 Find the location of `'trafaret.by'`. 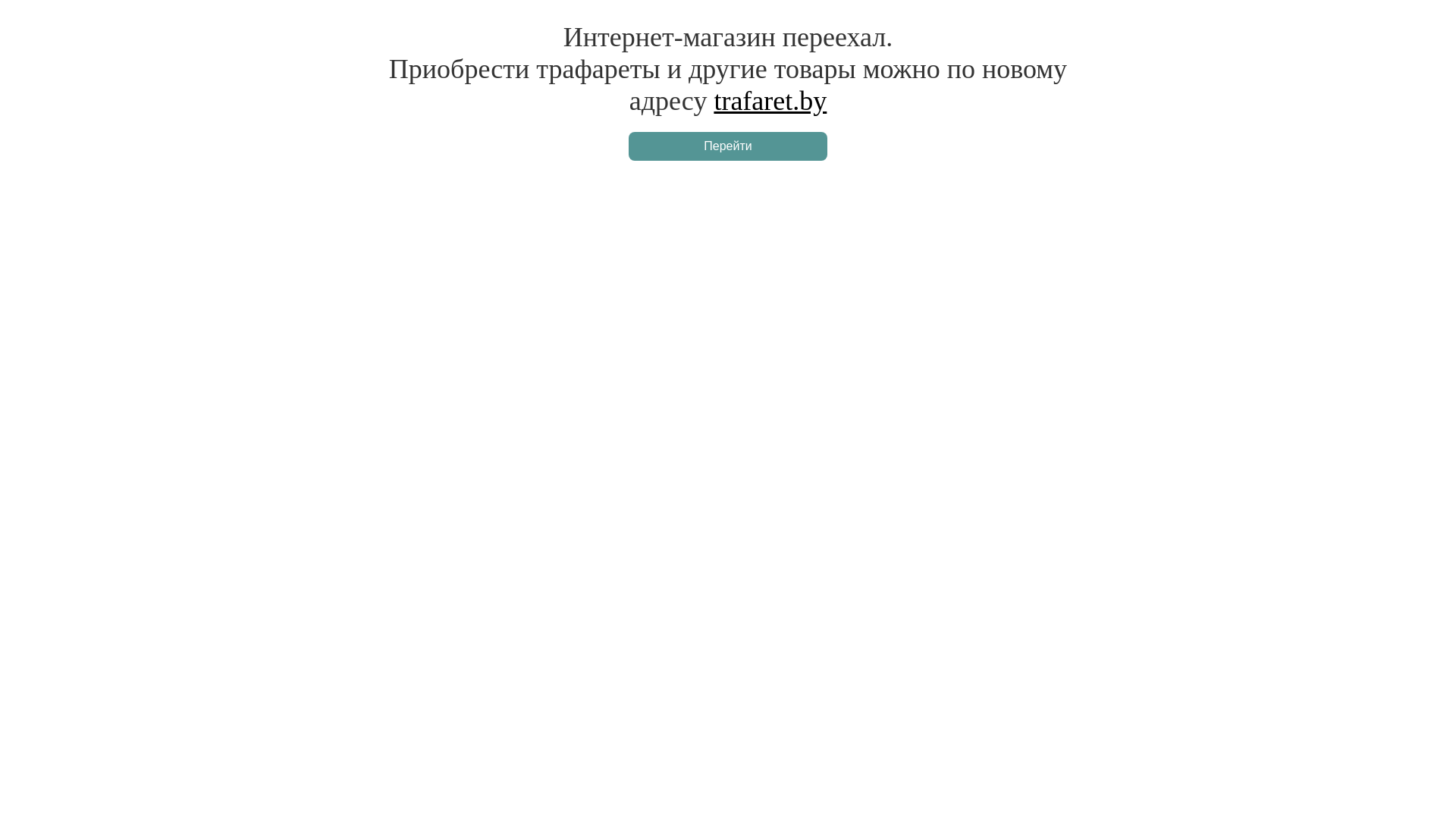

'trafaret.by' is located at coordinates (770, 100).